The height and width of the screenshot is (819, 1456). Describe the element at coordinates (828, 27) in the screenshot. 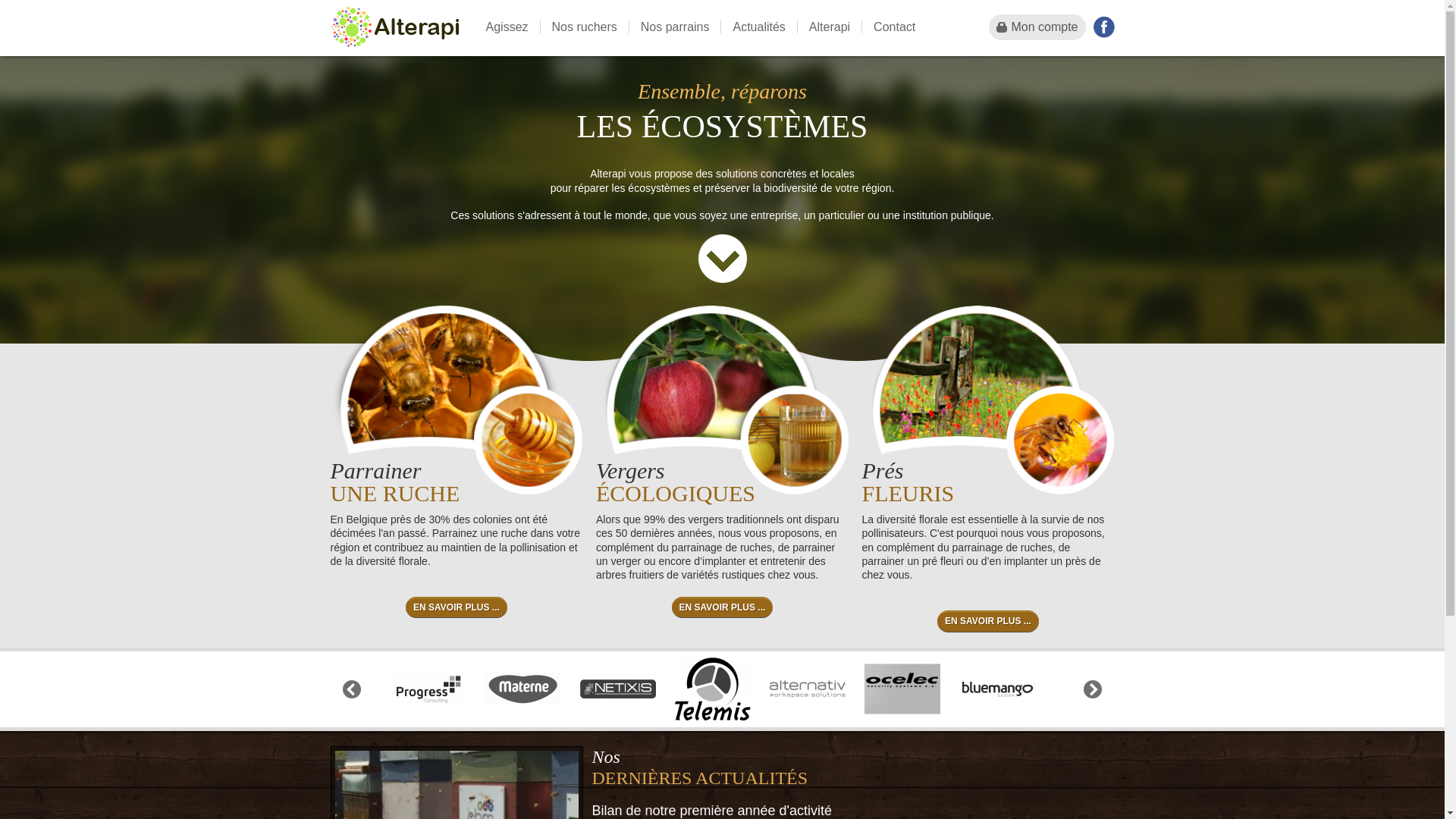

I see `'Alterapi'` at that location.